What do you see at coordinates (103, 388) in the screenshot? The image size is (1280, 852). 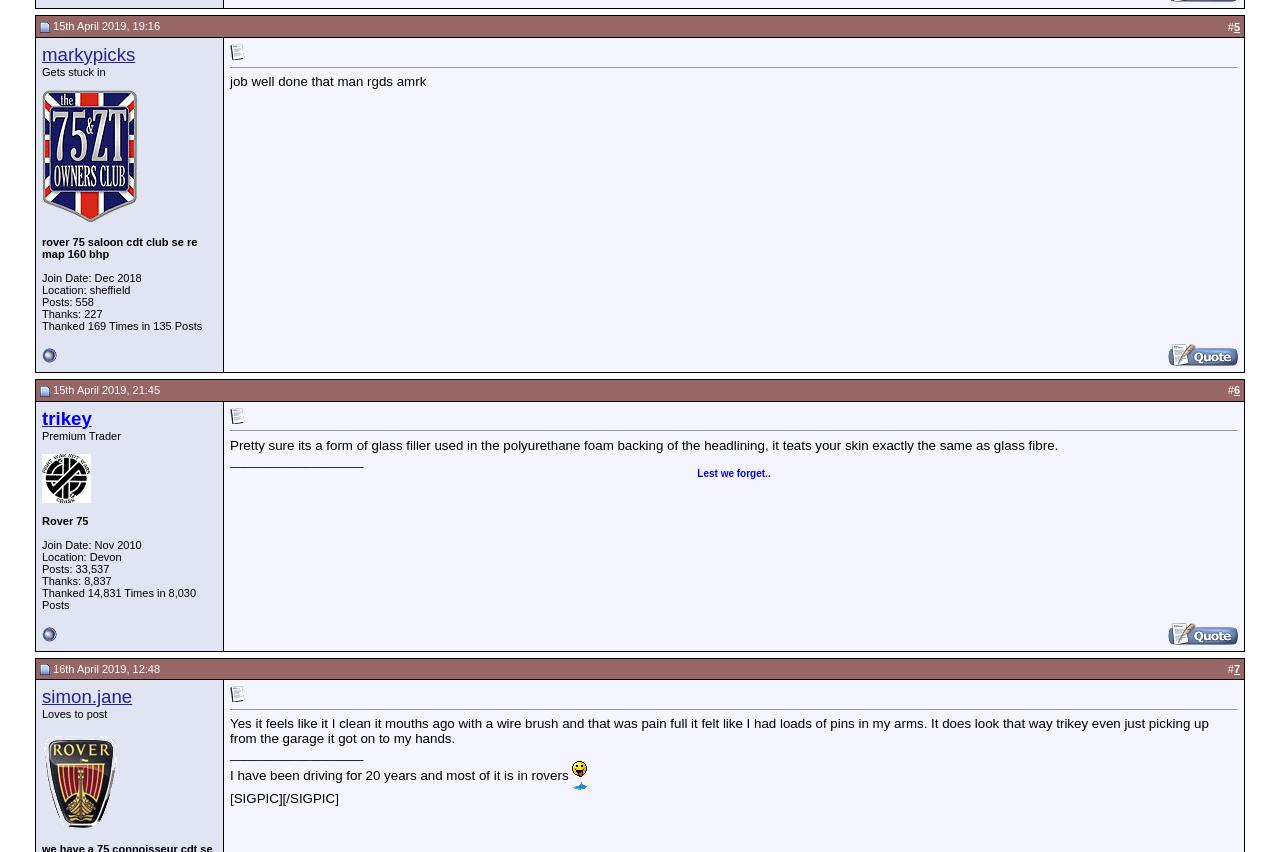 I see `'15th April 2019, 21:45'` at bounding box center [103, 388].